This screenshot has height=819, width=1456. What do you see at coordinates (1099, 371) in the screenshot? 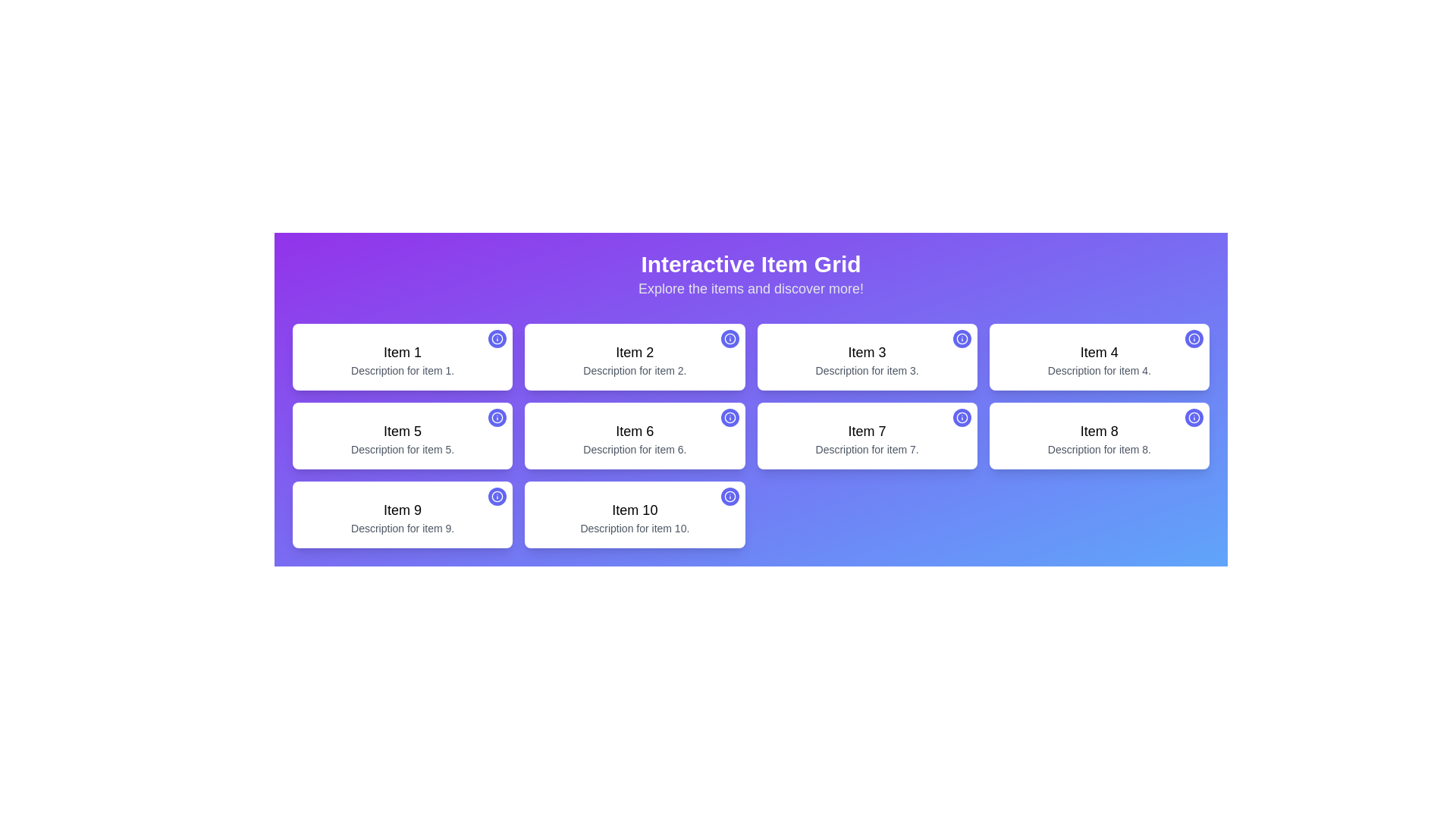
I see `the textual description element located below the title 'Item 4' within the white card for 'Item 4' in the grid` at bounding box center [1099, 371].